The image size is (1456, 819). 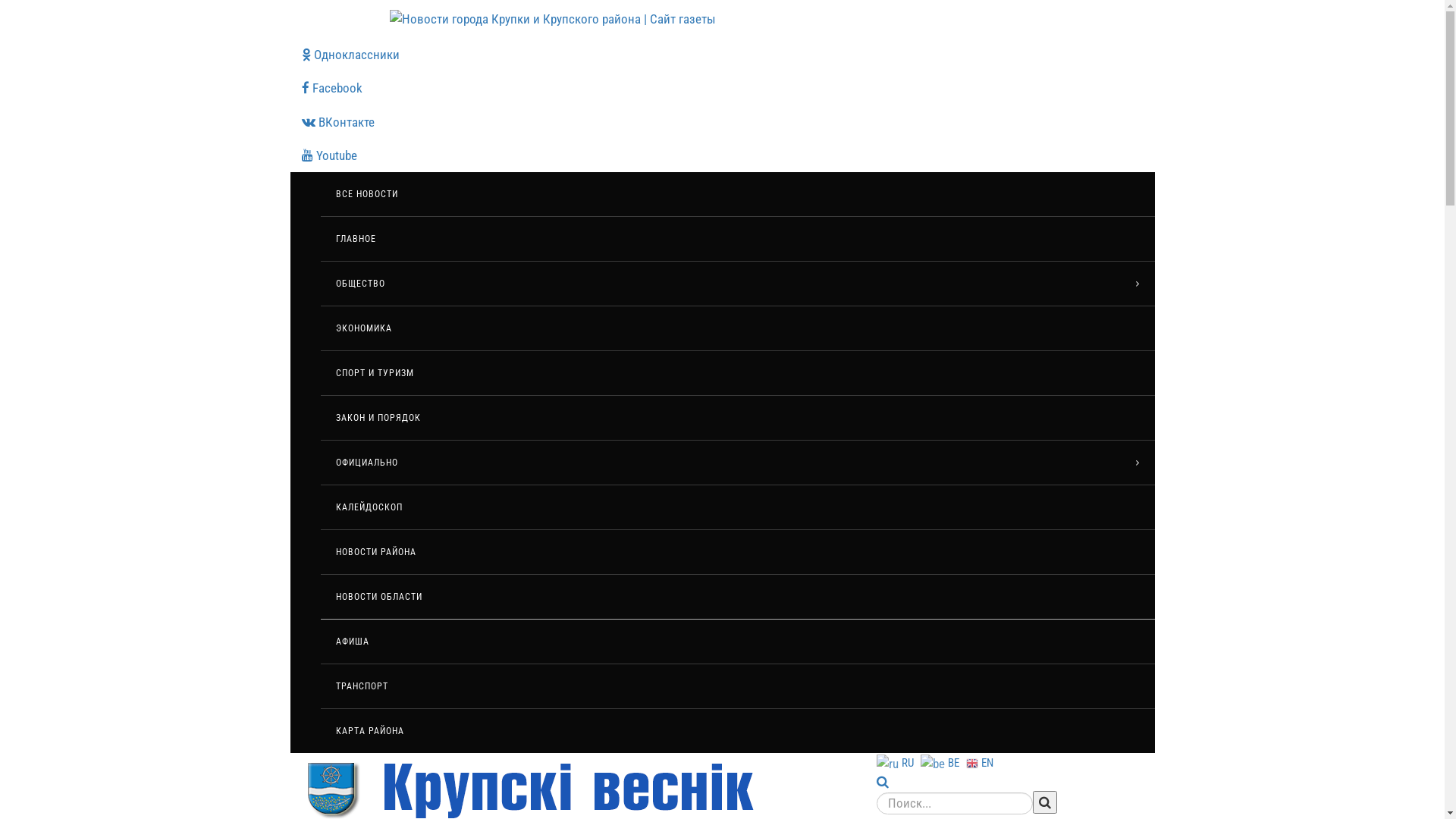 I want to click on 'BE', so click(x=941, y=762).